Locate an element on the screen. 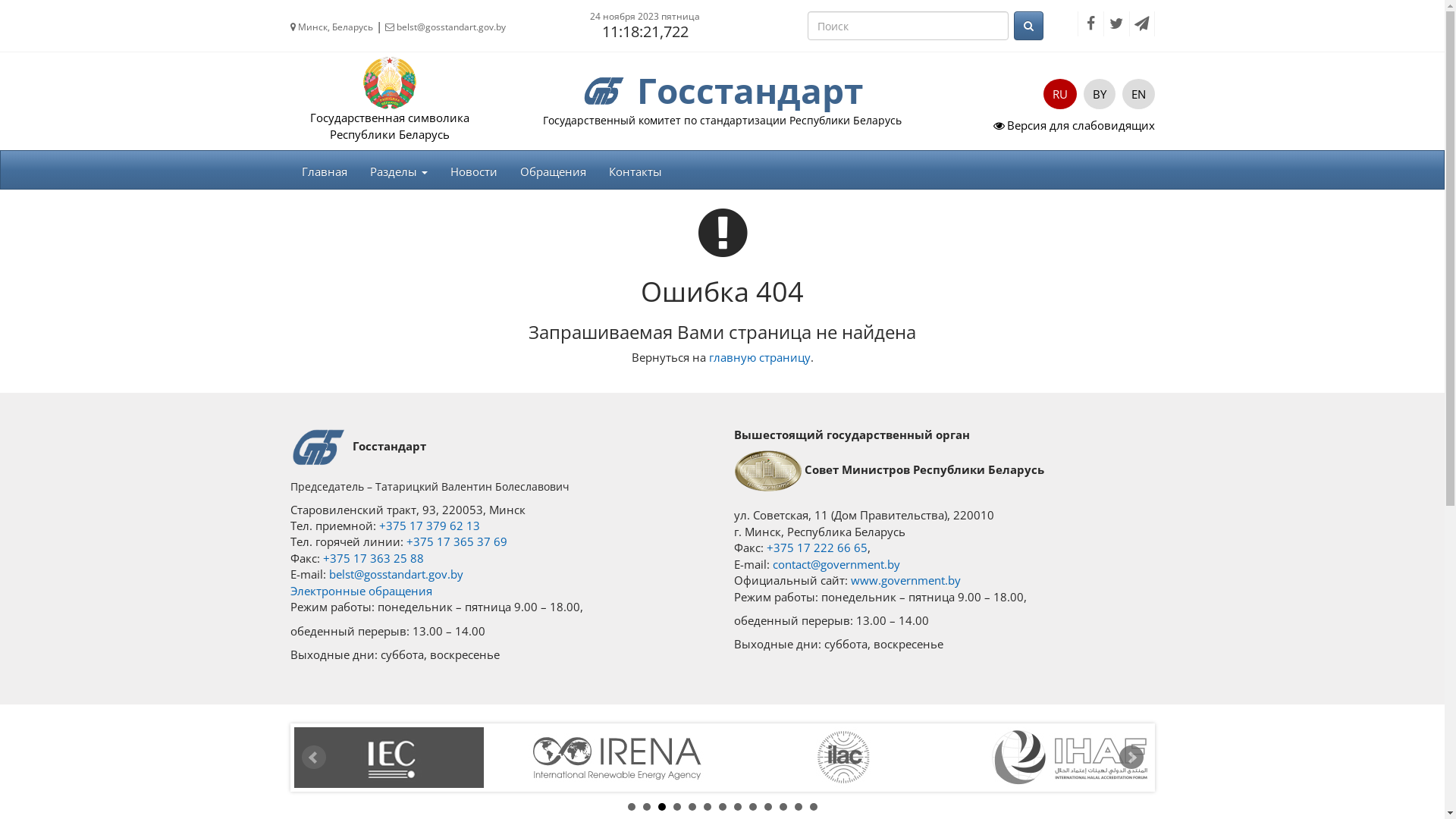  'Facebook' is located at coordinates (1076, 24).